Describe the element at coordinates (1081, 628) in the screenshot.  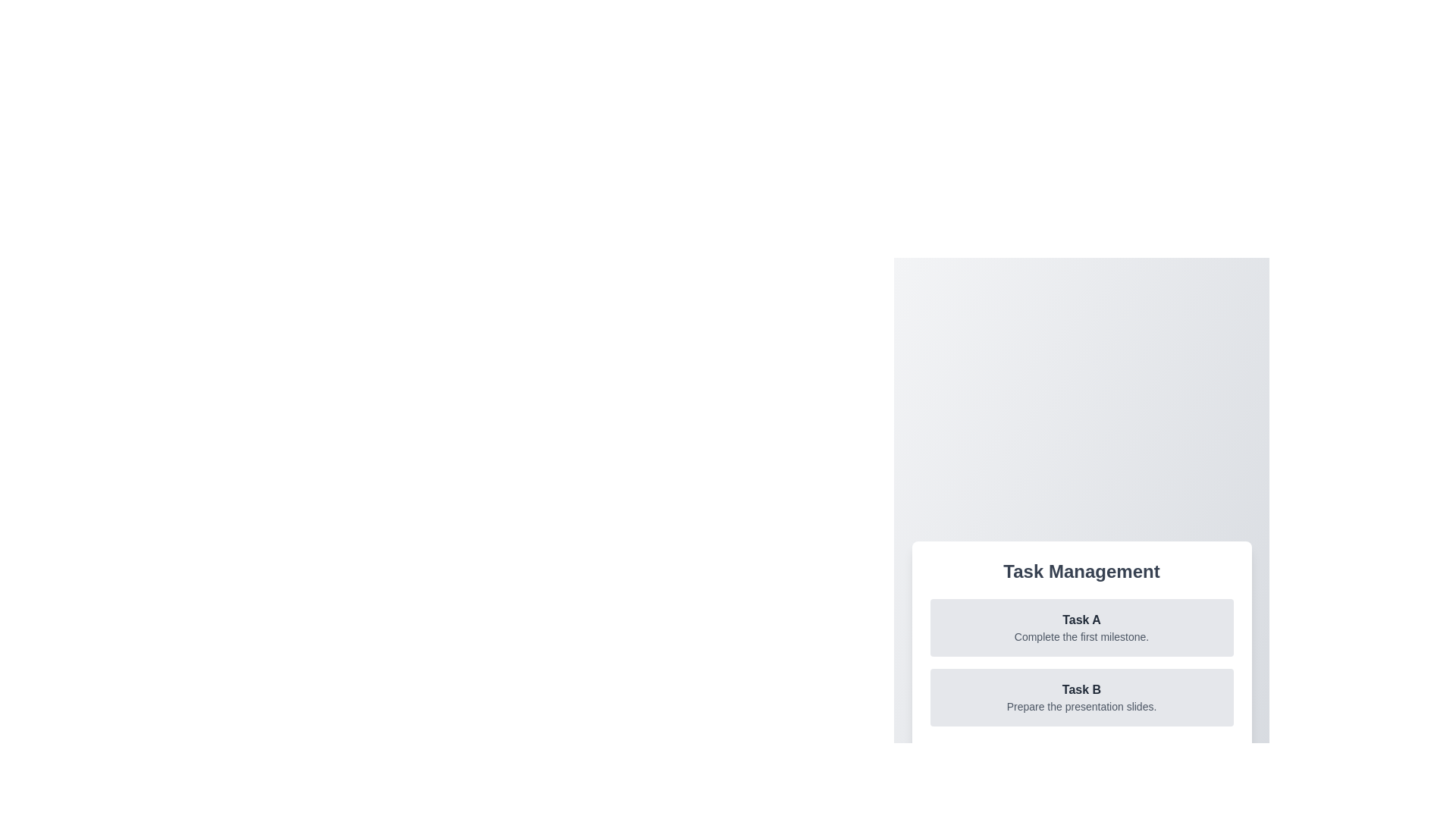
I see `the task item labeled 'Task A'` at that location.